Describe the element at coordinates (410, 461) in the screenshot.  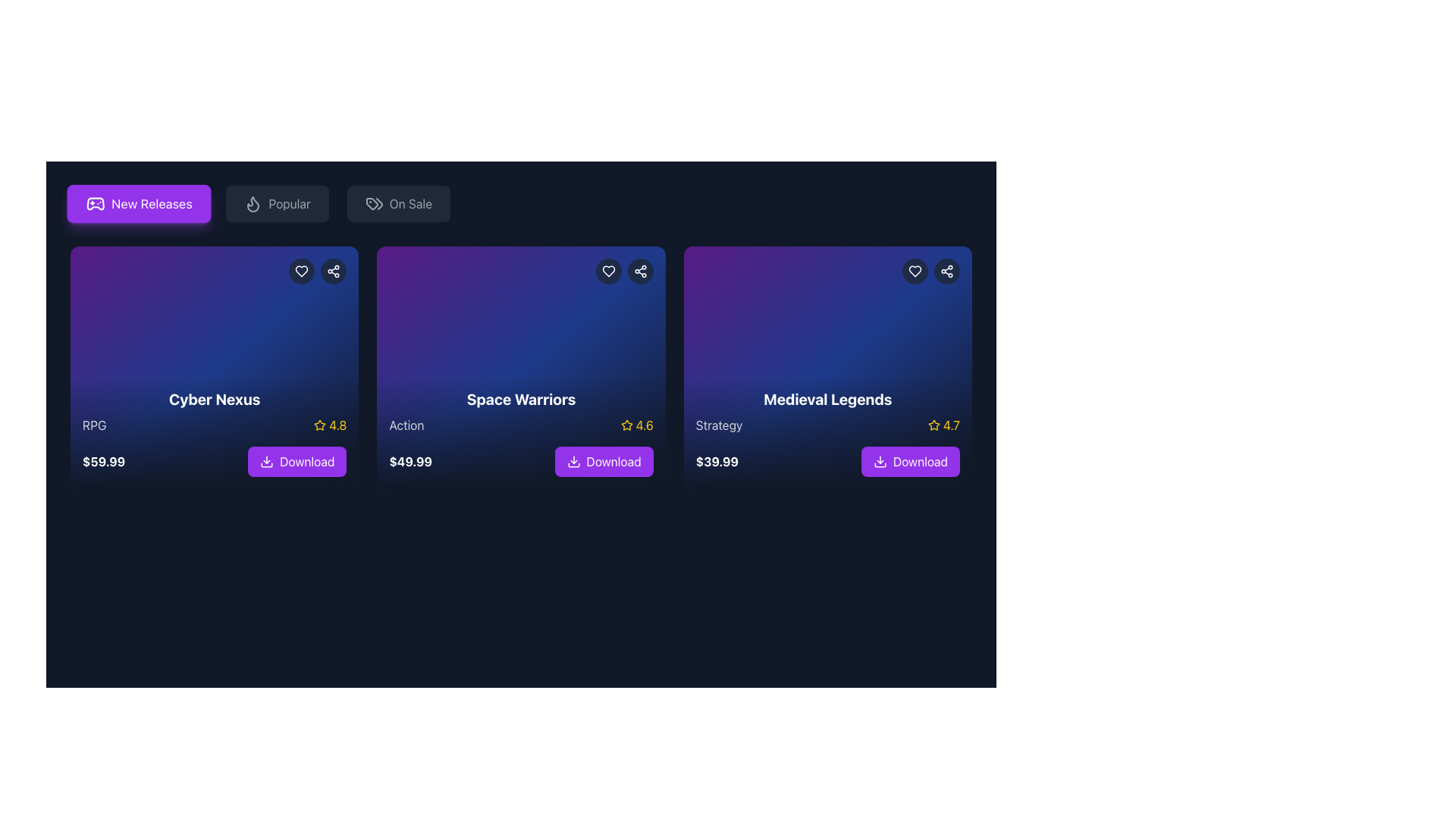
I see `the price display text label showing '$49.99' prominently in bold white font, located at the bottom-left of the 'Space Warriors' card above the 'Download' button` at that location.